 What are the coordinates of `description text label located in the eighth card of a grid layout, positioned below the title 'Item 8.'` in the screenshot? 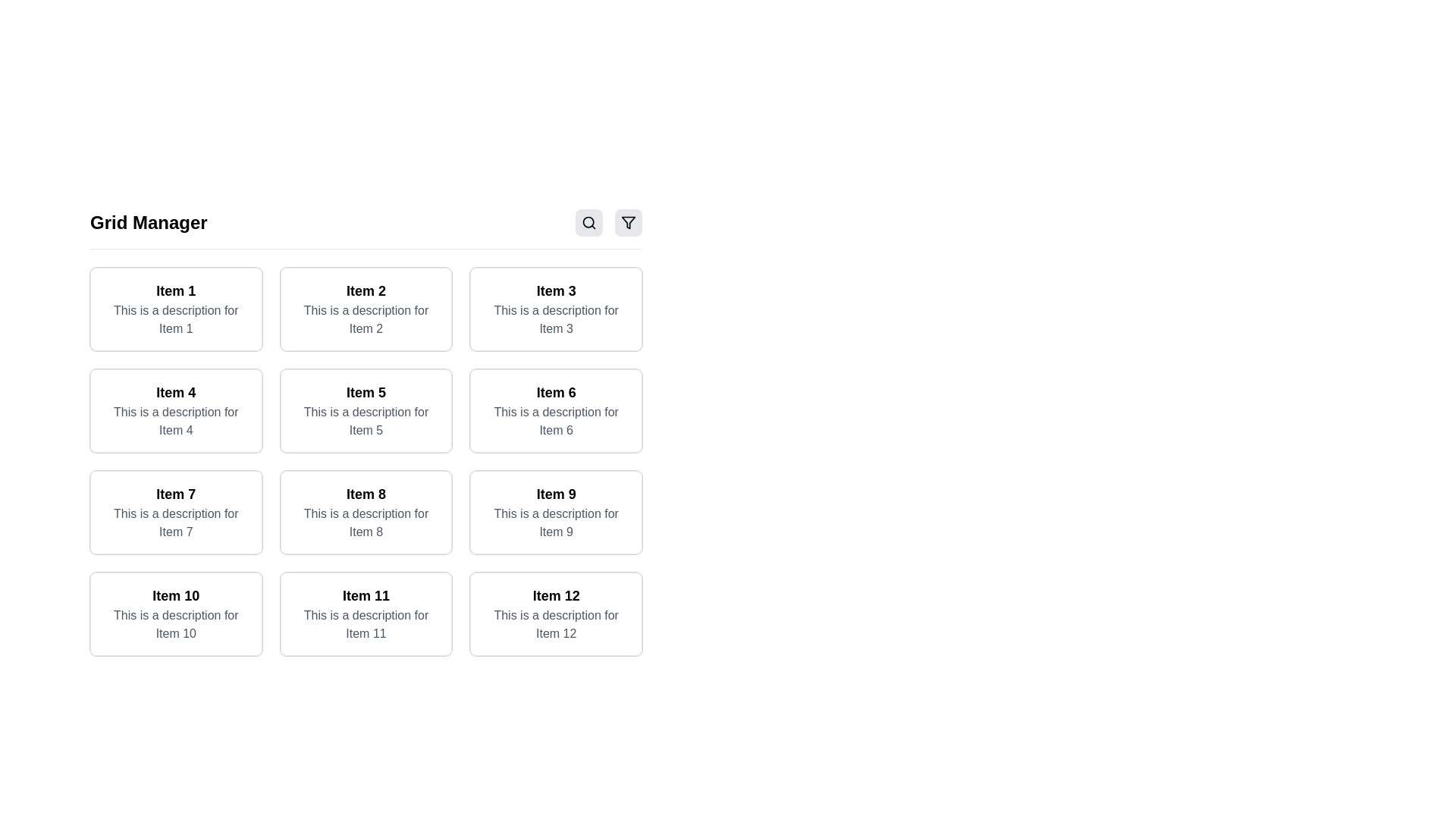 It's located at (366, 522).